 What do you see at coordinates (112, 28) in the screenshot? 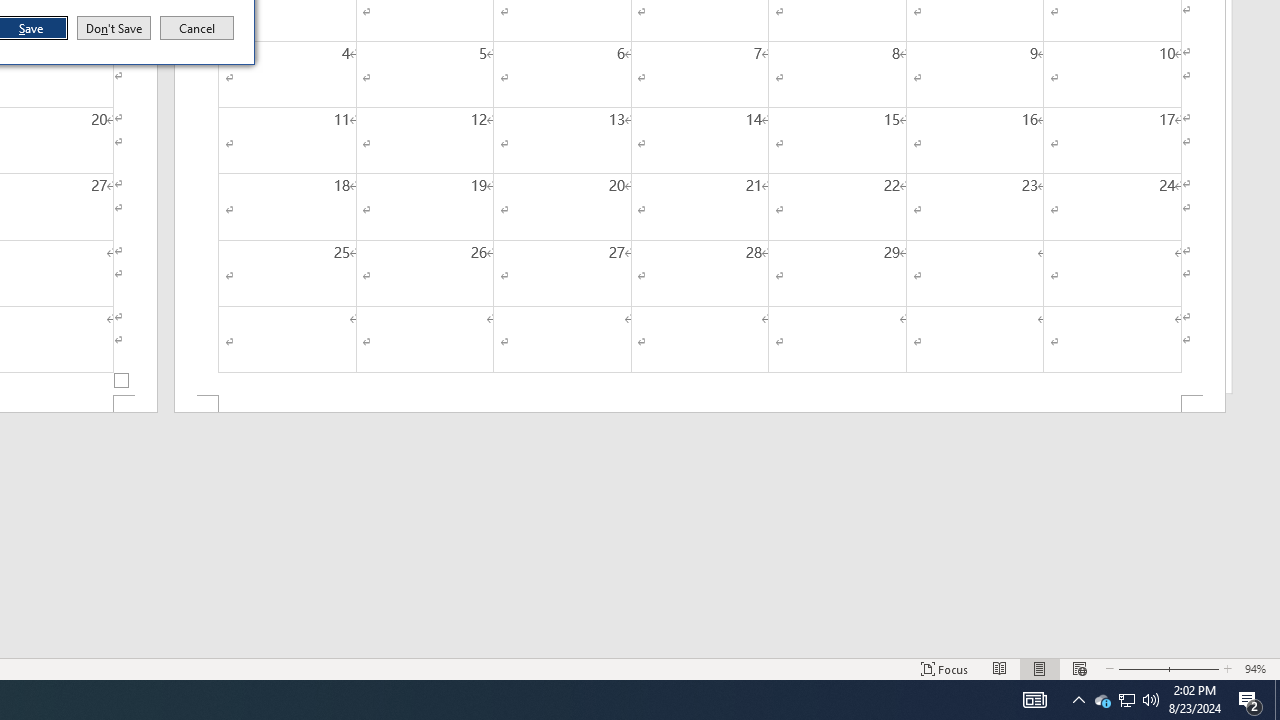
I see `'Don'` at bounding box center [112, 28].